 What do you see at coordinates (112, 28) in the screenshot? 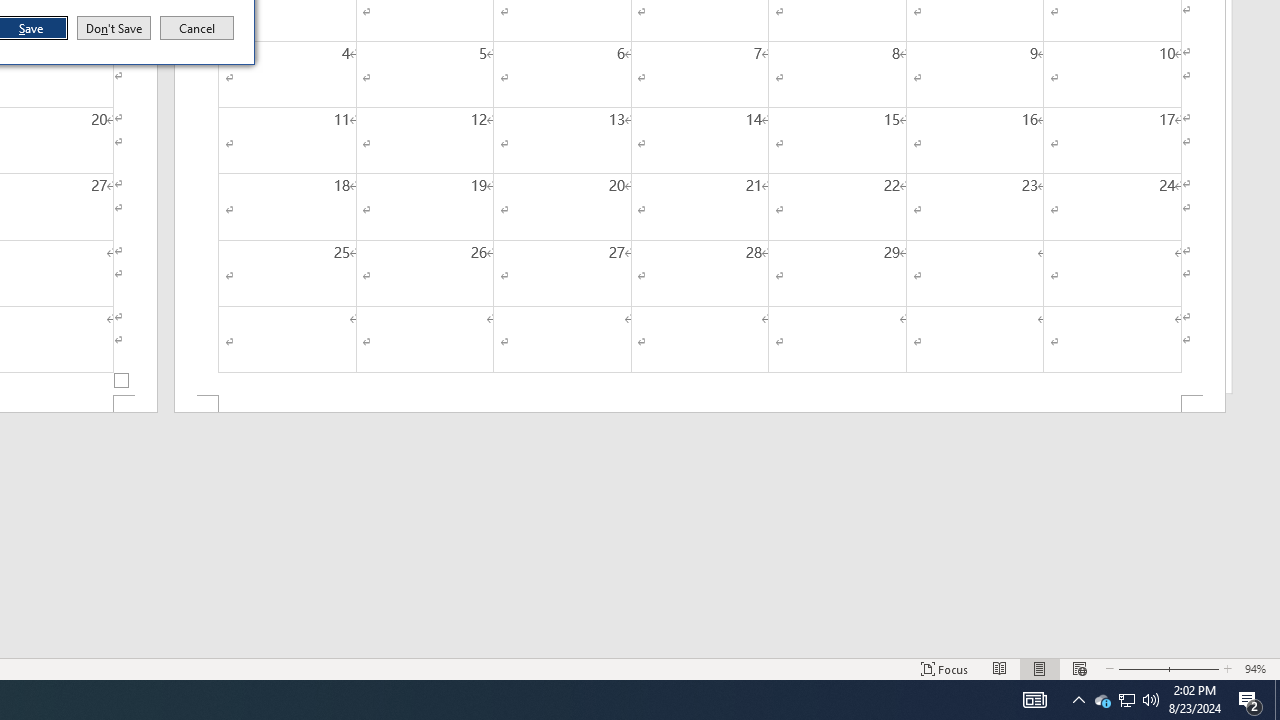
I see `'Don'` at bounding box center [112, 28].